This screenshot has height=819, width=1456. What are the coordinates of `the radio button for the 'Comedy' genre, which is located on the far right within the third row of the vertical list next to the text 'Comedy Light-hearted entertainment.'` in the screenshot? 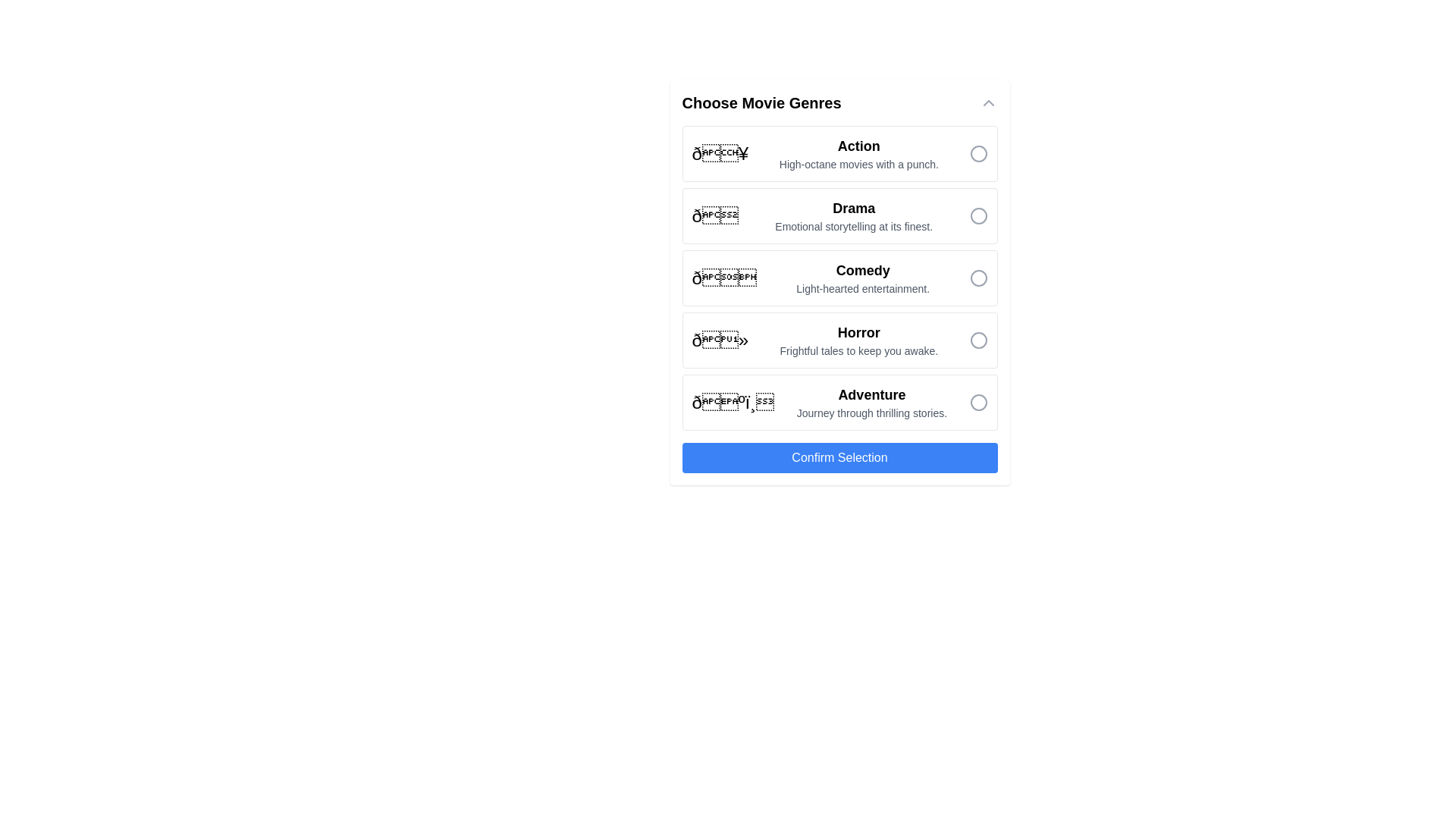 It's located at (978, 278).